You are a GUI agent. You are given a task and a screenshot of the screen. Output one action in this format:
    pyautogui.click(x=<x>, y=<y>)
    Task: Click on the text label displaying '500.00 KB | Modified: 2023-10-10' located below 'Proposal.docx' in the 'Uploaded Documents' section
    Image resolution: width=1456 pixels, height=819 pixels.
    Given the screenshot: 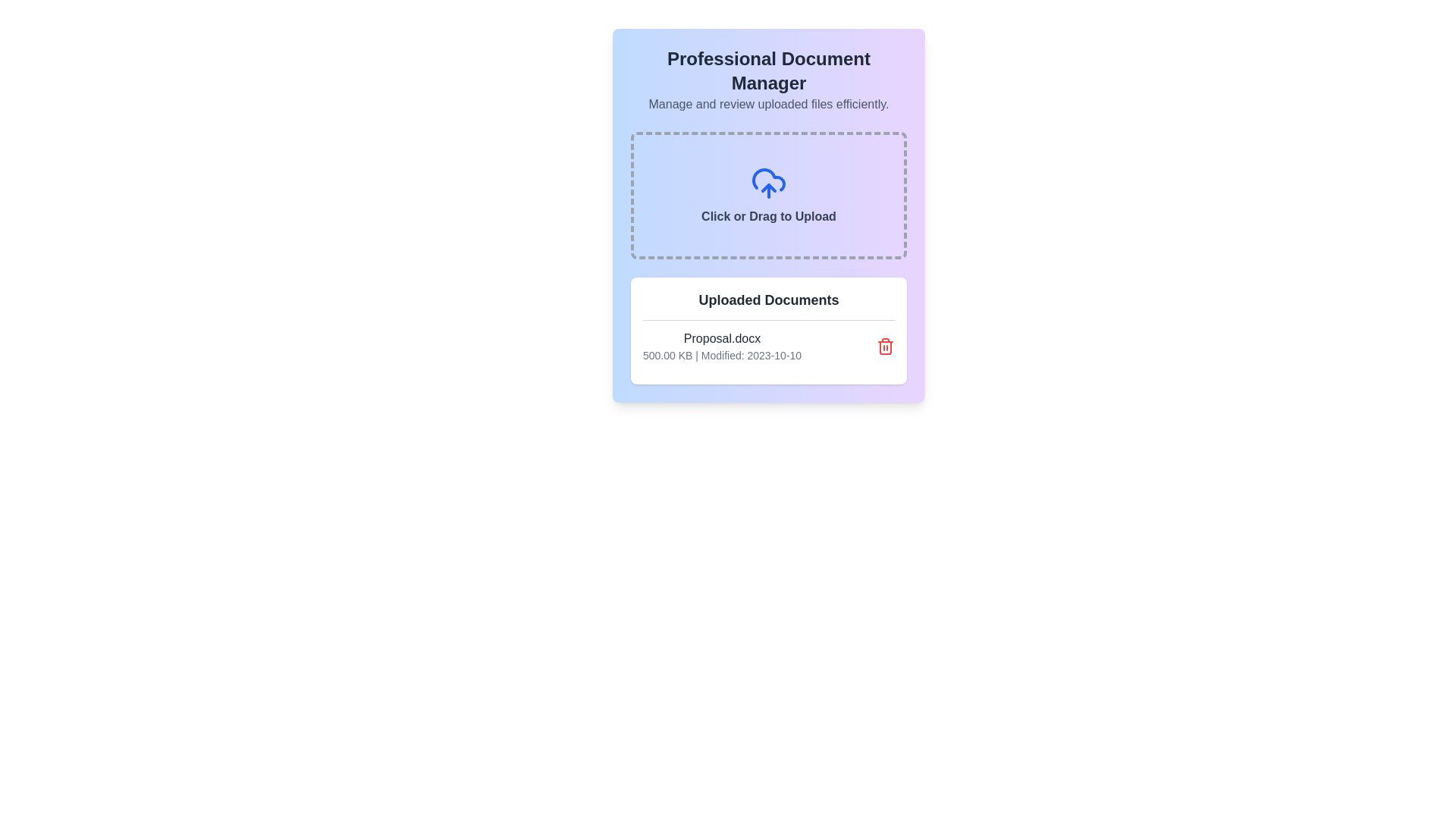 What is the action you would take?
    pyautogui.click(x=721, y=356)
    